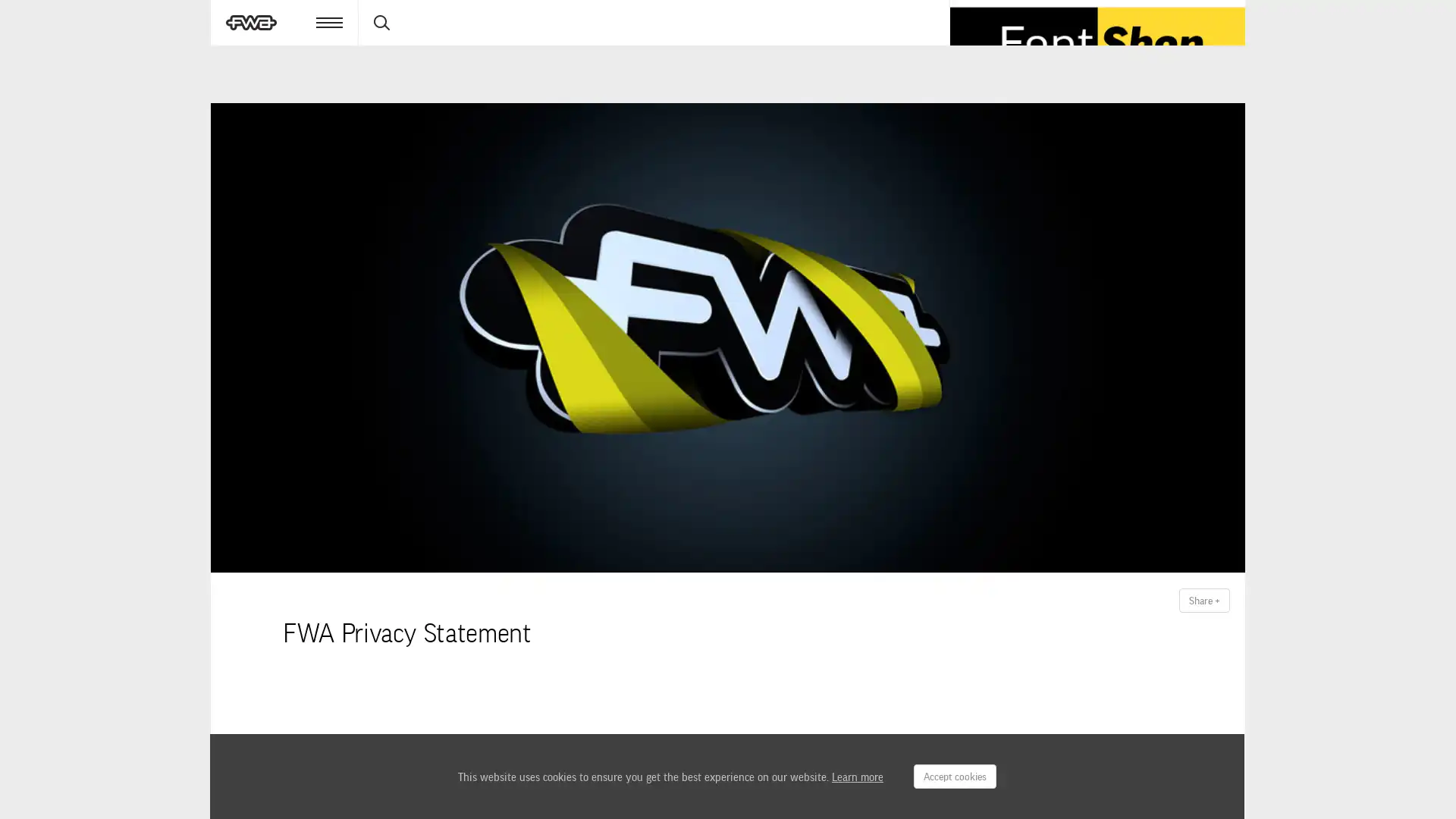  Describe the element at coordinates (1203, 601) in the screenshot. I see `Share +` at that location.